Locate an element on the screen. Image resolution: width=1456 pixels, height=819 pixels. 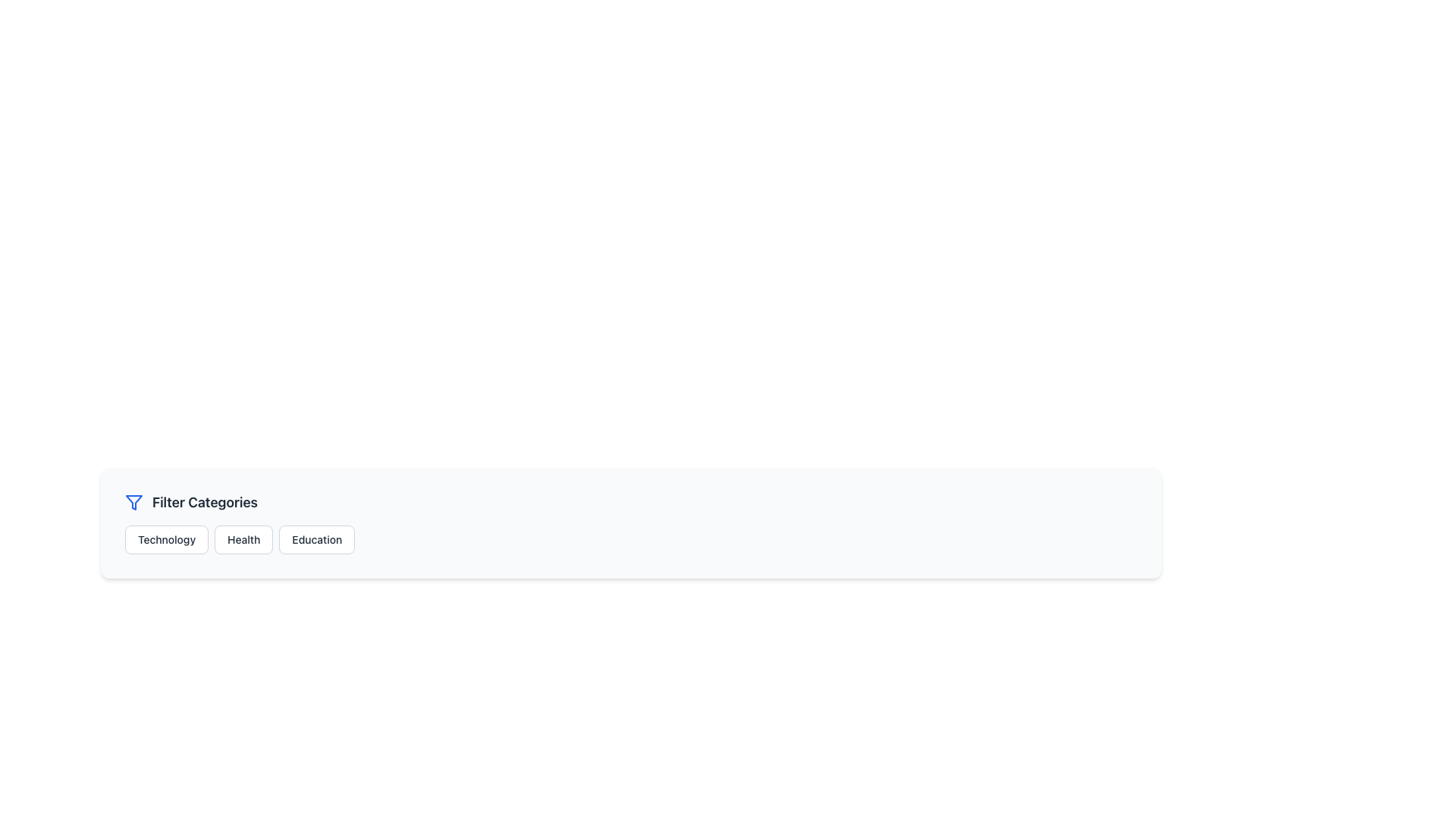
blue triangular funnel icon located to the left of the 'Filter Categories' text, which serves as a filter indicator is located at coordinates (134, 503).